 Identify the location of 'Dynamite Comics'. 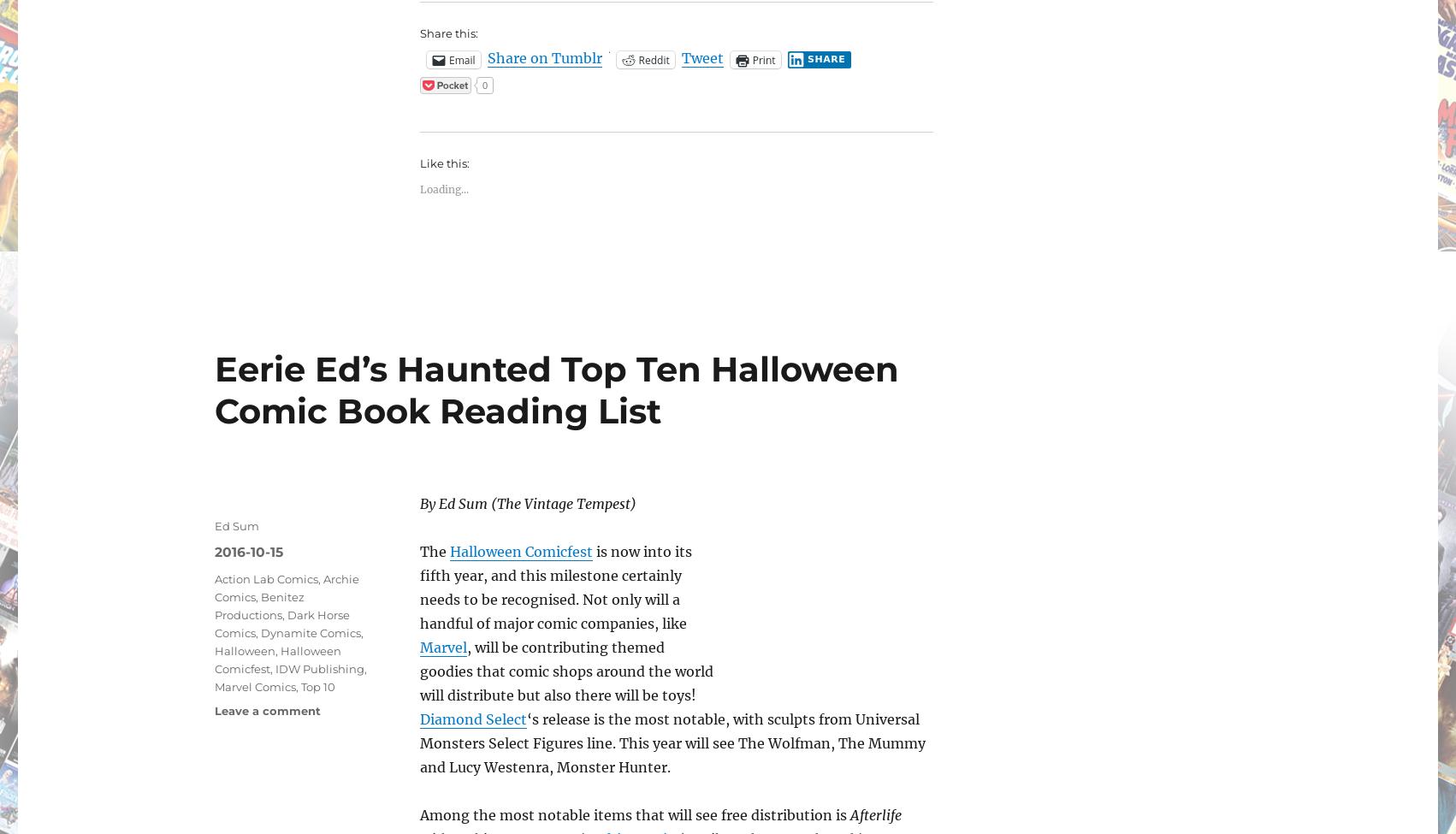
(311, 630).